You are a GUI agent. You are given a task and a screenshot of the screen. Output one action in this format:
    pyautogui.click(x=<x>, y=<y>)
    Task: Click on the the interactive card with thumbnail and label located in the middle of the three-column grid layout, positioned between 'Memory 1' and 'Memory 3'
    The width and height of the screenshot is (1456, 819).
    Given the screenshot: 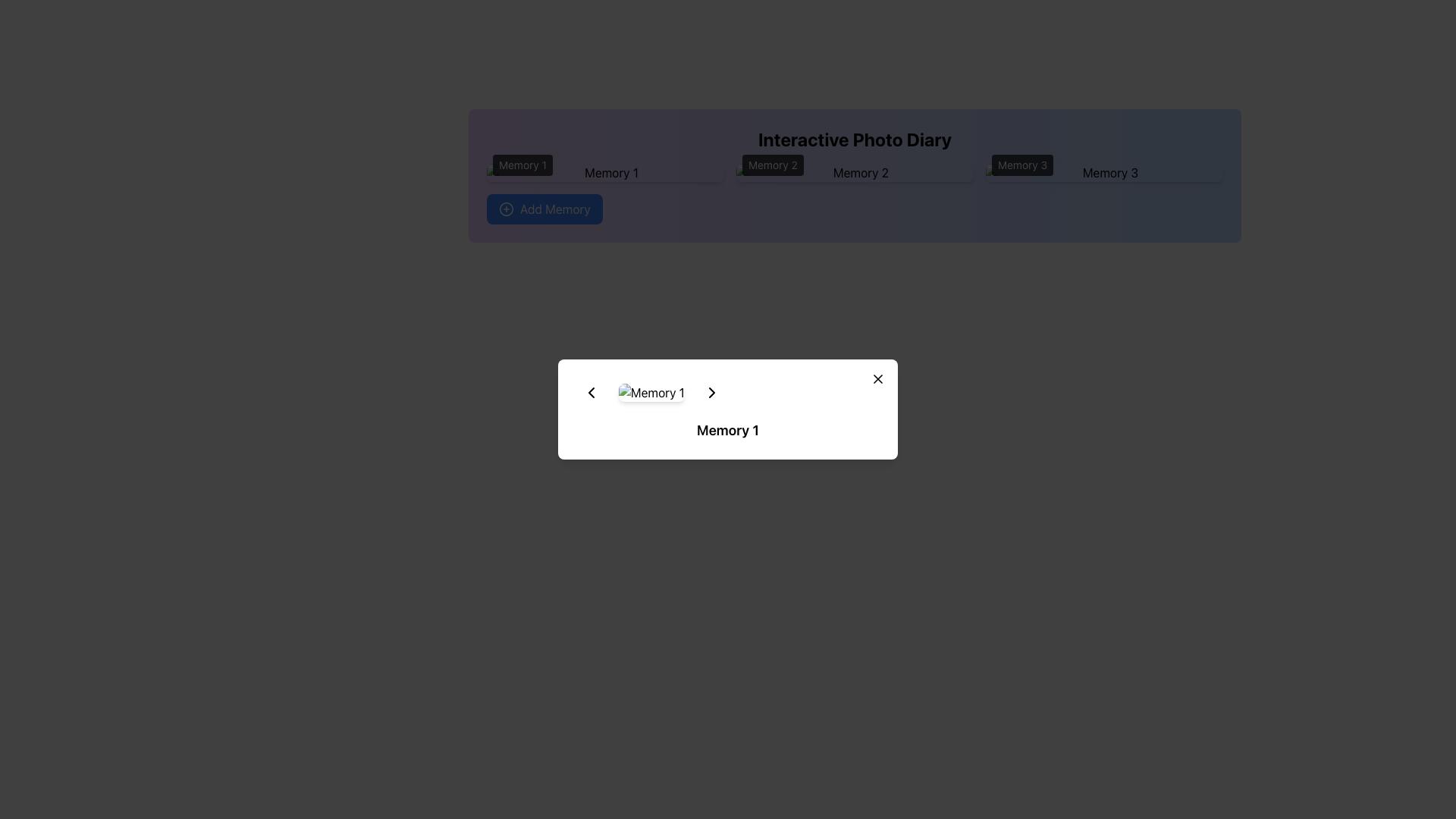 What is the action you would take?
    pyautogui.click(x=855, y=171)
    